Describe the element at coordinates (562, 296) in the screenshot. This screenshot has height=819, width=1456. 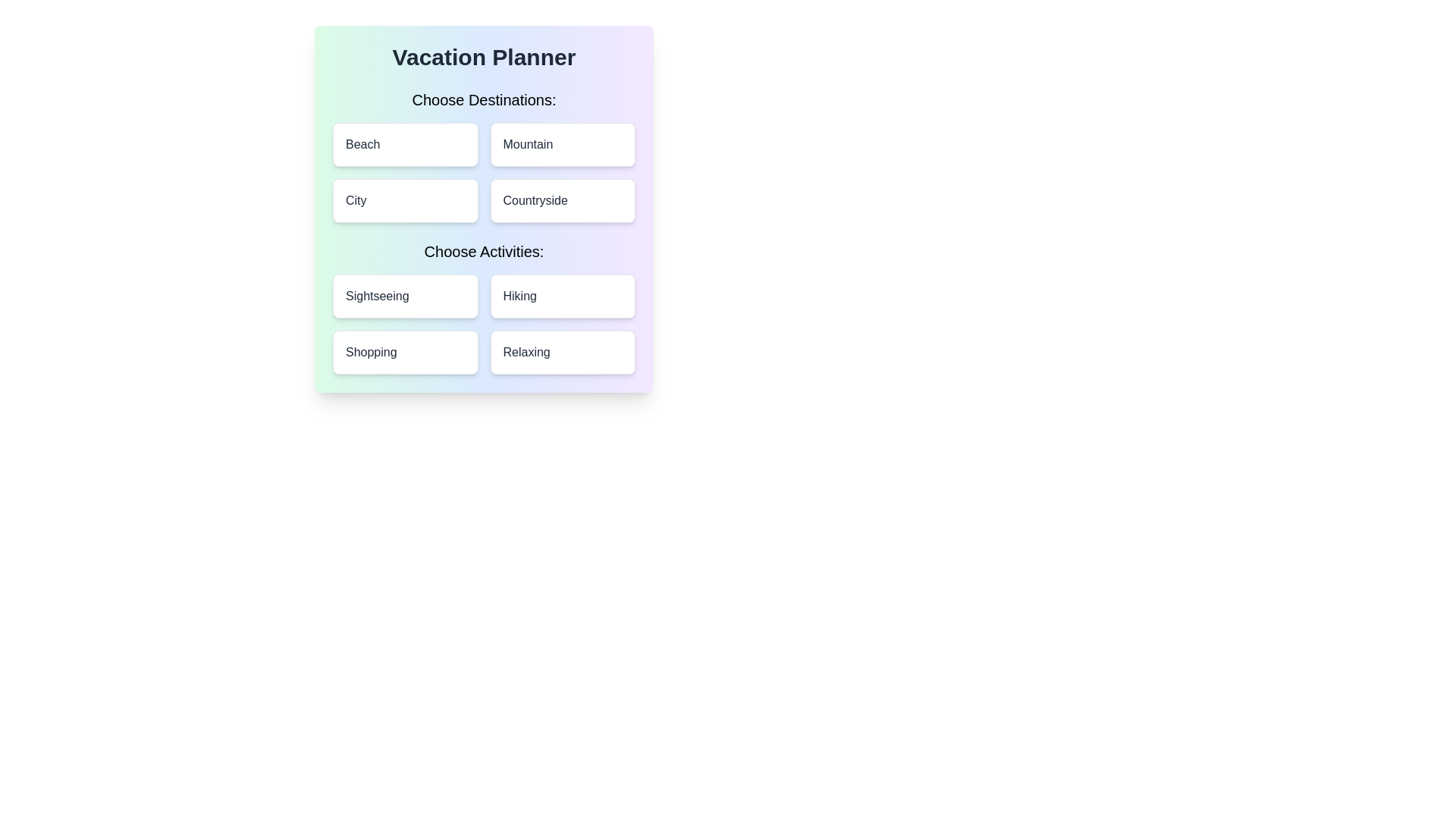
I see `the 'Hiking' button, which is a rectangular button with rounded corners, styled with a white background and a gray border` at that location.